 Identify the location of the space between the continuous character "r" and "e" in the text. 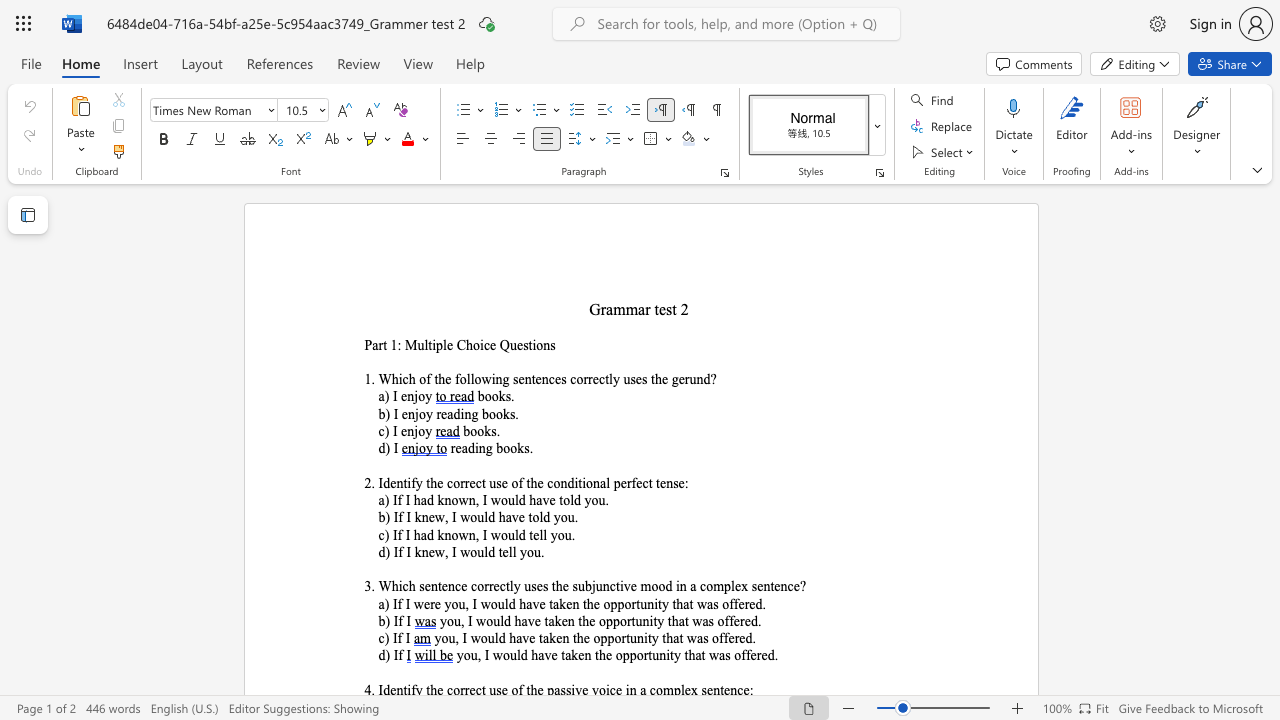
(738, 638).